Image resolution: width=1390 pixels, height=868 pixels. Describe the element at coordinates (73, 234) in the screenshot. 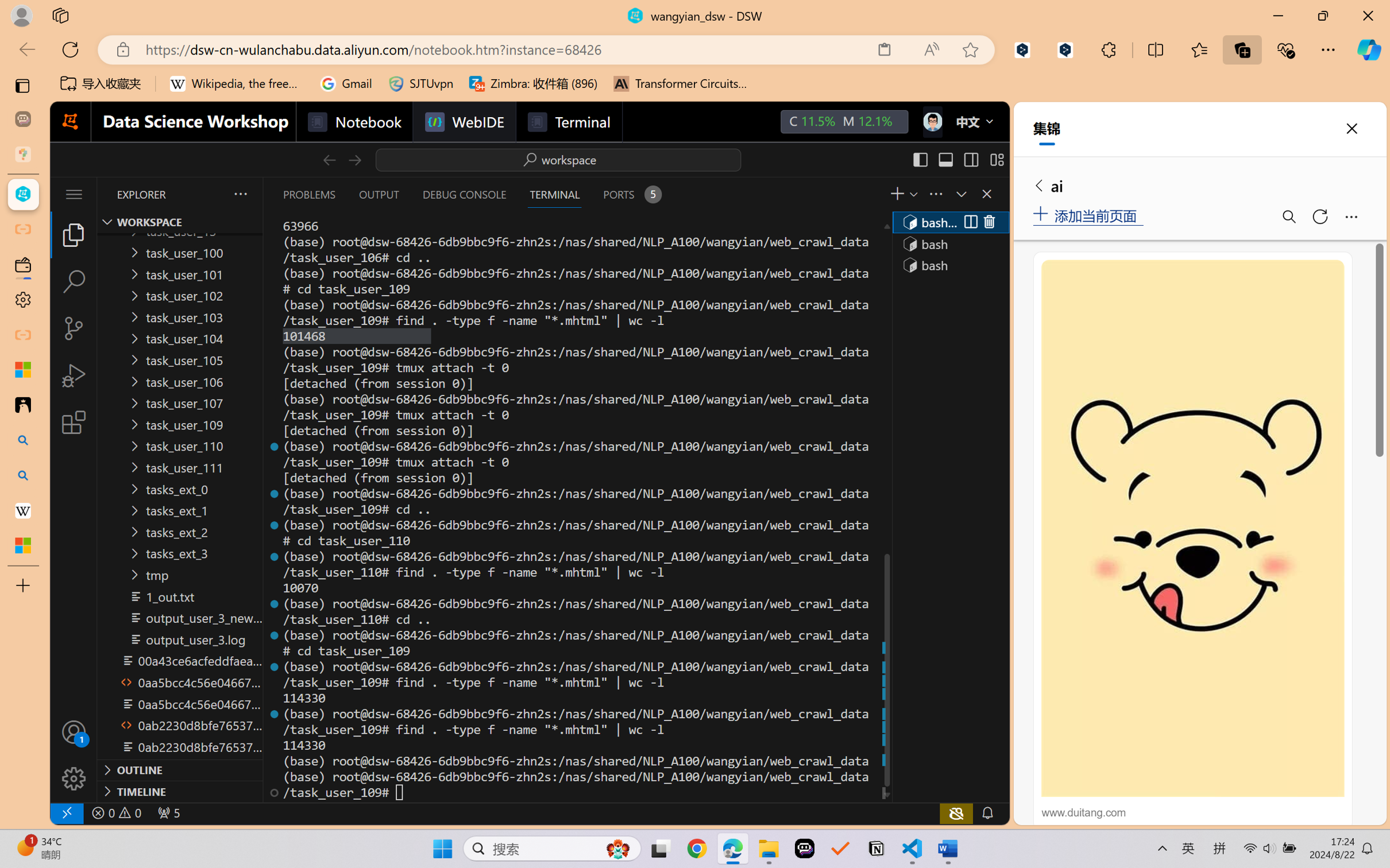

I see `'Explorer (Ctrl+Shift+E)'` at that location.